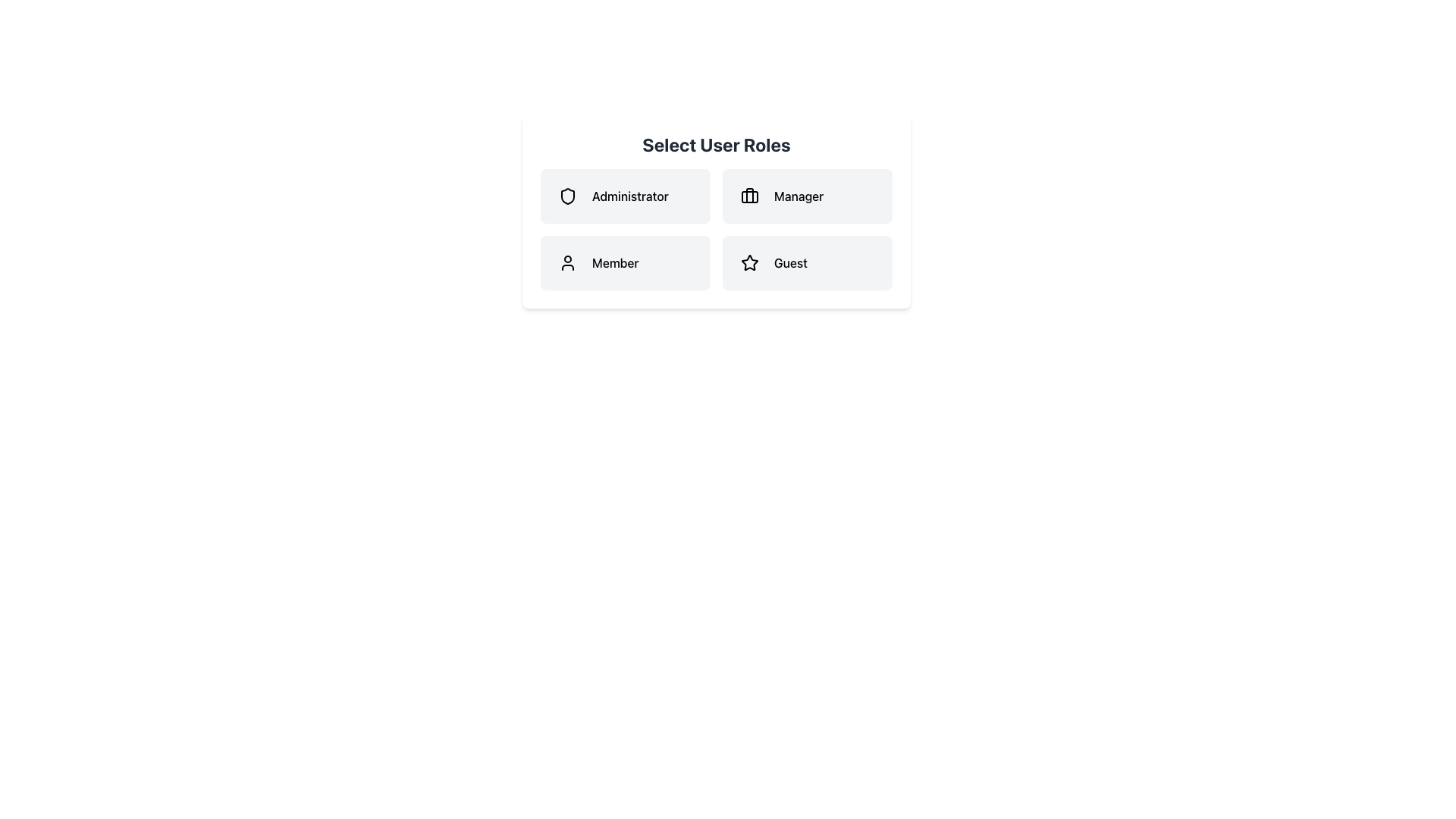  Describe the element at coordinates (630, 195) in the screenshot. I see `the static text label for the 'Administrator' role option, which provides information about the role selection card, located in the top-left quadrant of the role selection grid` at that location.